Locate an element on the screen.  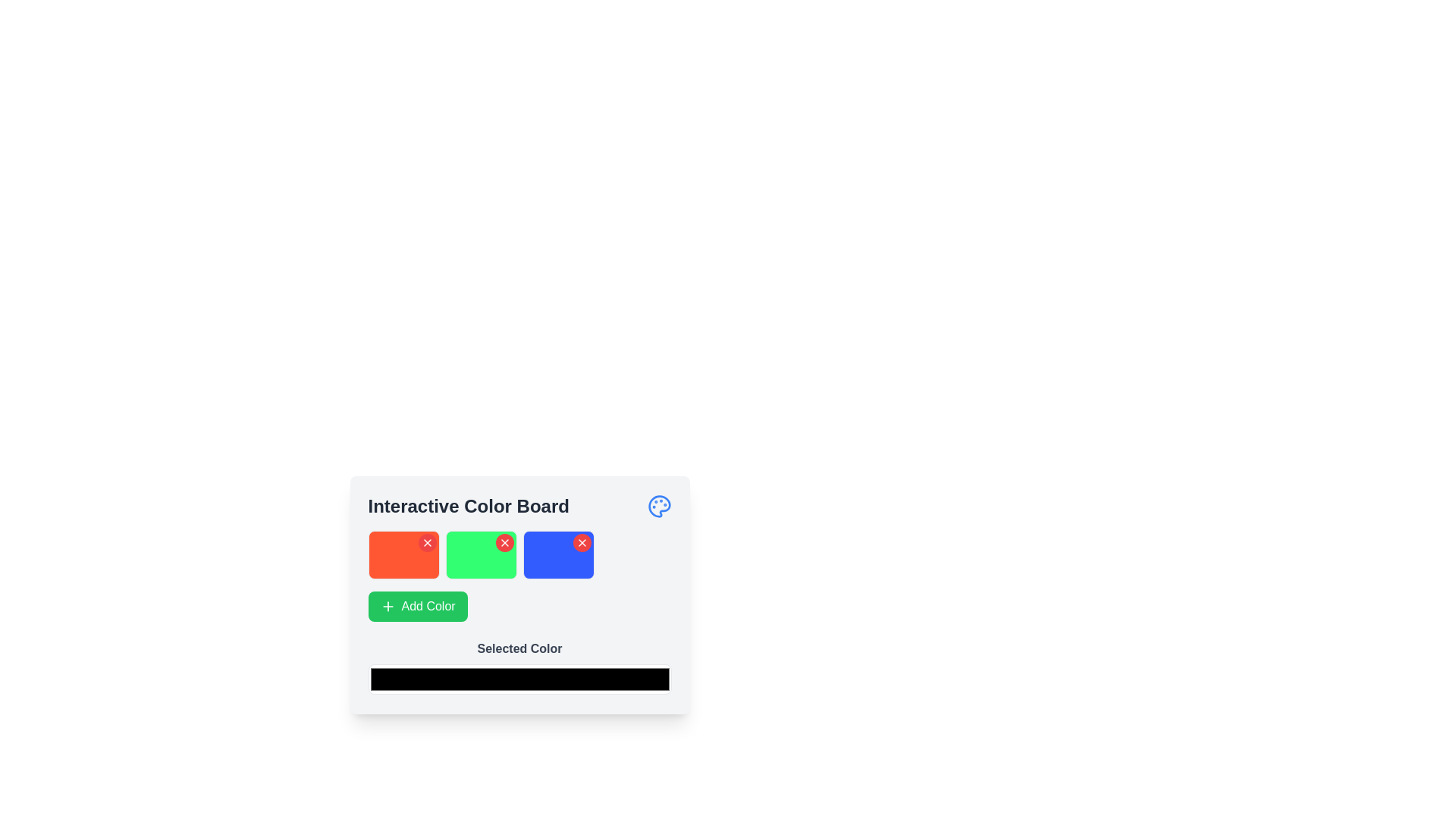
the delete button located in the top-right corner of the blue color block is located at coordinates (581, 542).